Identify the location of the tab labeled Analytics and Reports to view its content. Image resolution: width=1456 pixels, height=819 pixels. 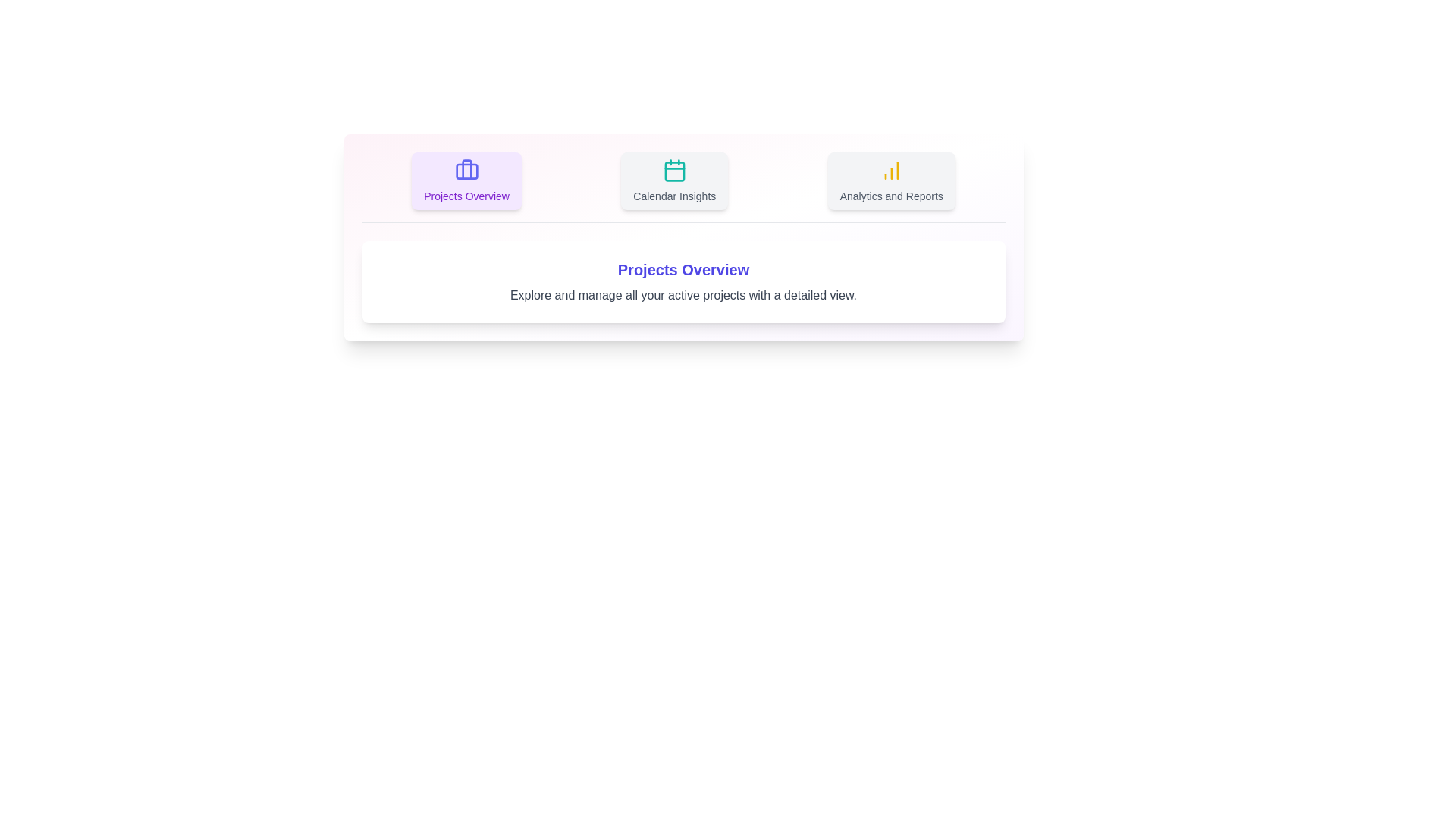
(891, 180).